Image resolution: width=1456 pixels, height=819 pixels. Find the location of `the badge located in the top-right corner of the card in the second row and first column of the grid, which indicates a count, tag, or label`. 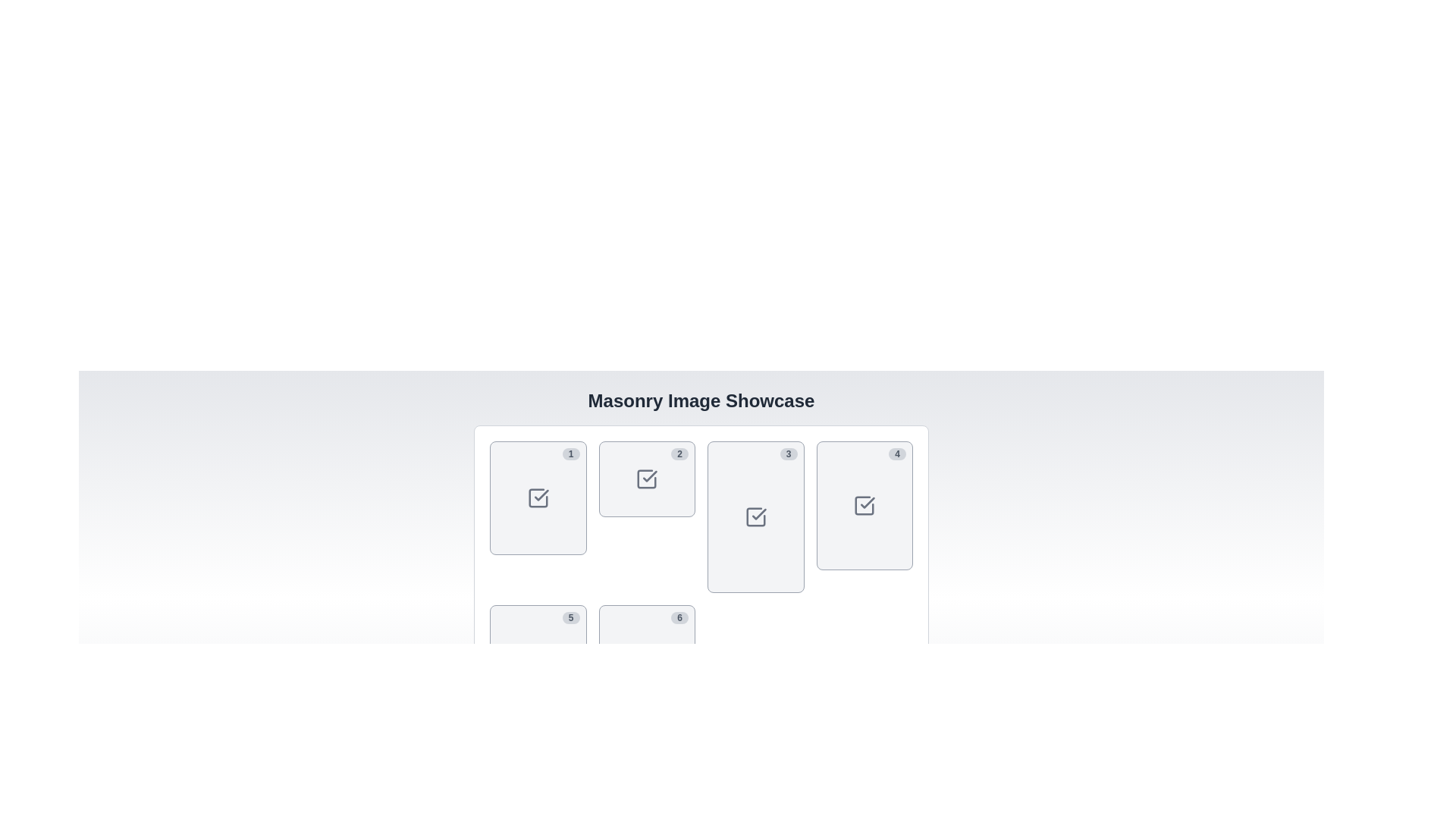

the badge located in the top-right corner of the card in the second row and first column of the grid, which indicates a count, tag, or label is located at coordinates (570, 617).